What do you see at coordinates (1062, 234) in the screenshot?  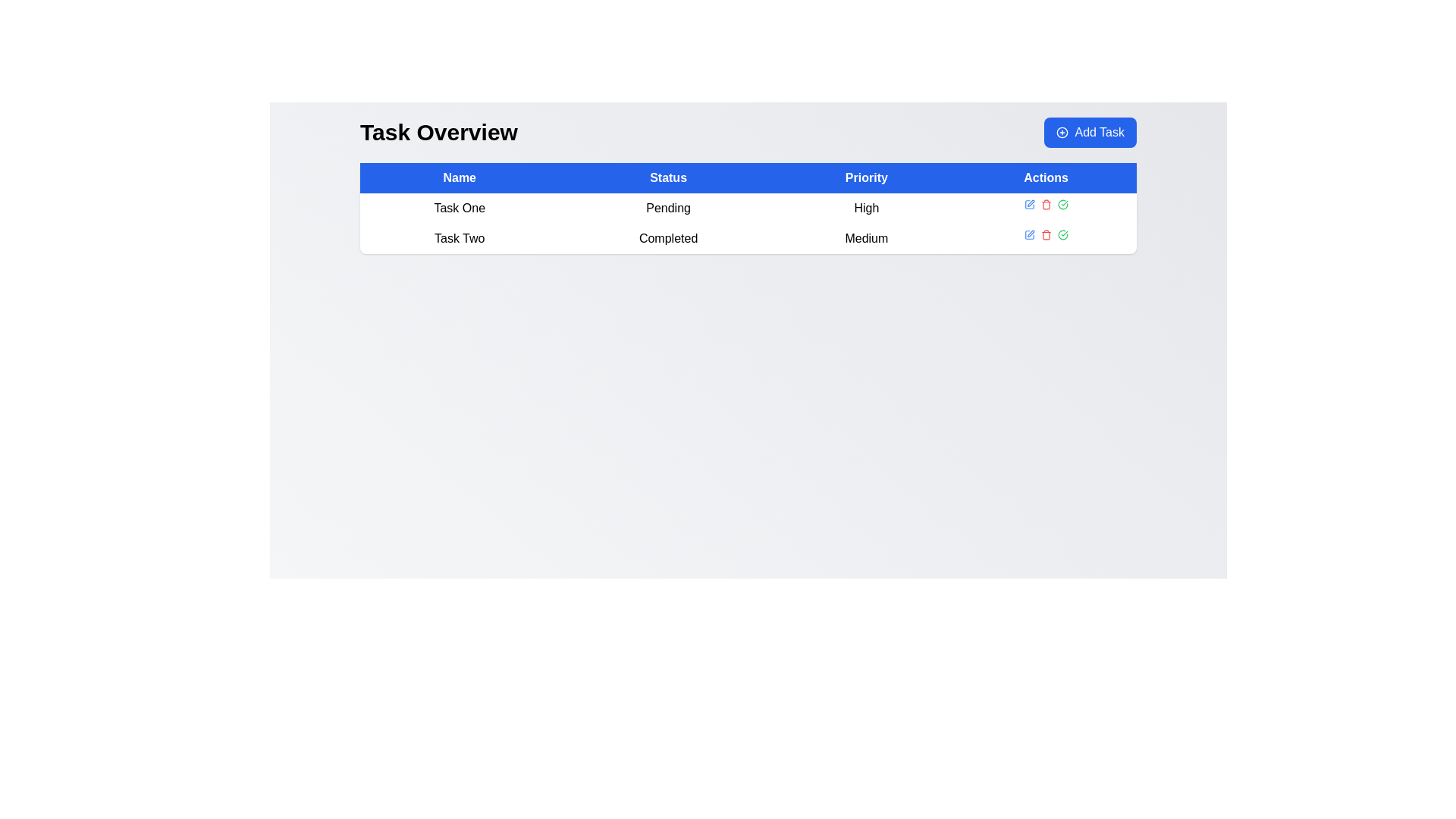 I see `the green circular check mark icon located at the rightmost side of the 'Actions' column in the second data row of the table to confirm the action` at bounding box center [1062, 234].